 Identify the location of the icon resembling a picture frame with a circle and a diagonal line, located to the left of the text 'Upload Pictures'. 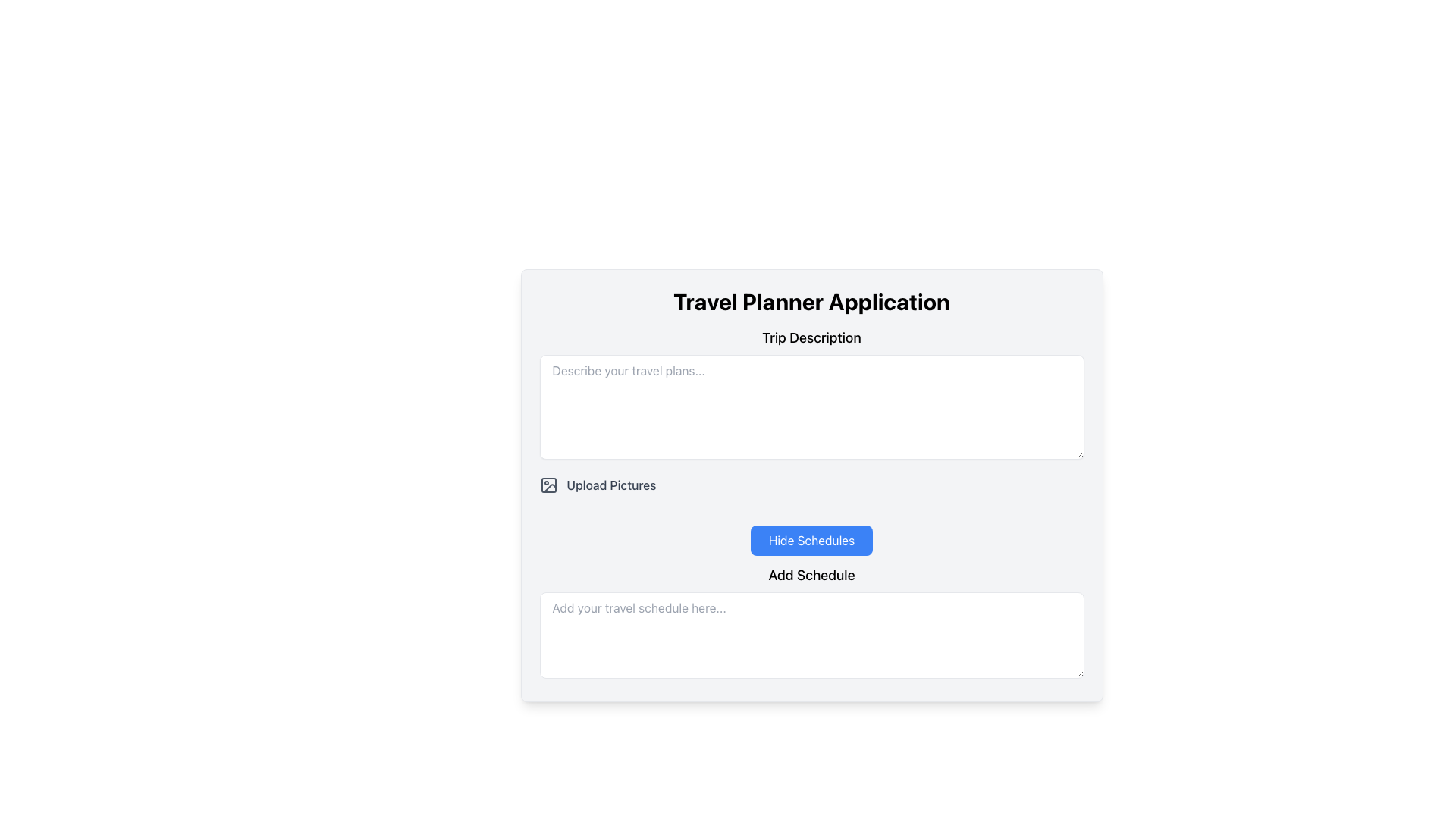
(548, 485).